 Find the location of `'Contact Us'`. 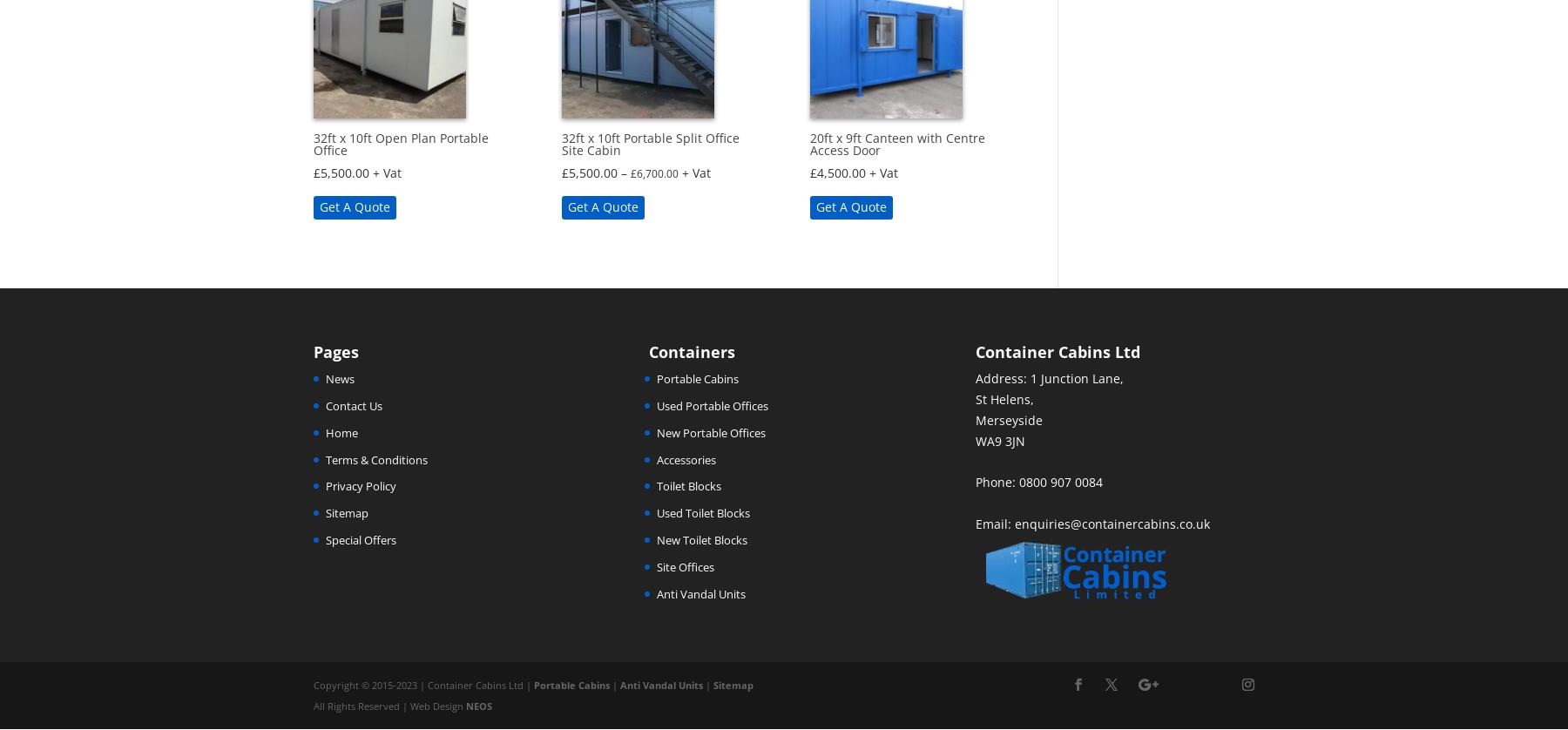

'Contact Us' is located at coordinates (354, 406).